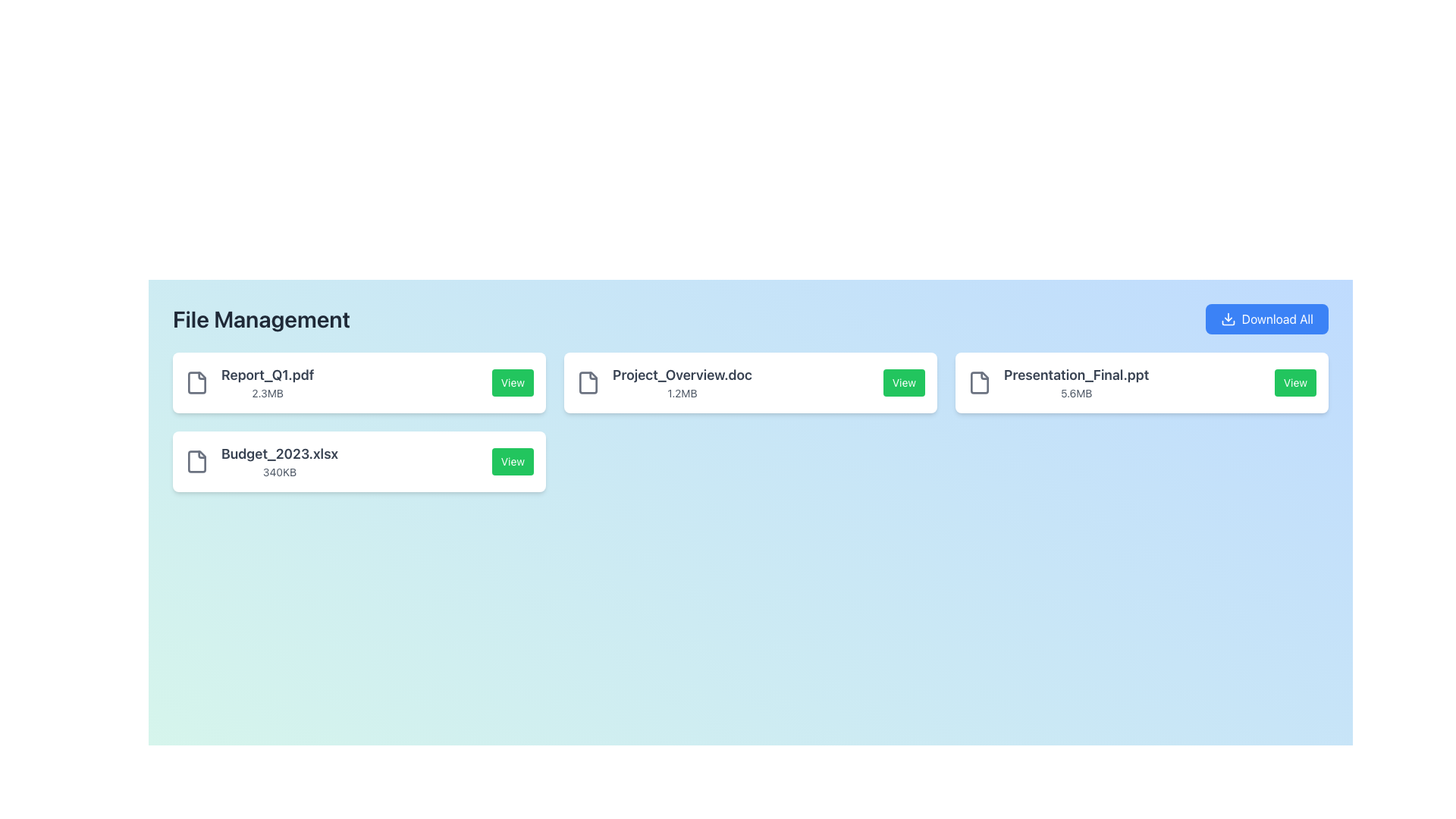 This screenshot has height=819, width=1456. What do you see at coordinates (280, 461) in the screenshot?
I see `the Text Display Component showing 'Budget_2023.xlsx' and '340KB'` at bounding box center [280, 461].